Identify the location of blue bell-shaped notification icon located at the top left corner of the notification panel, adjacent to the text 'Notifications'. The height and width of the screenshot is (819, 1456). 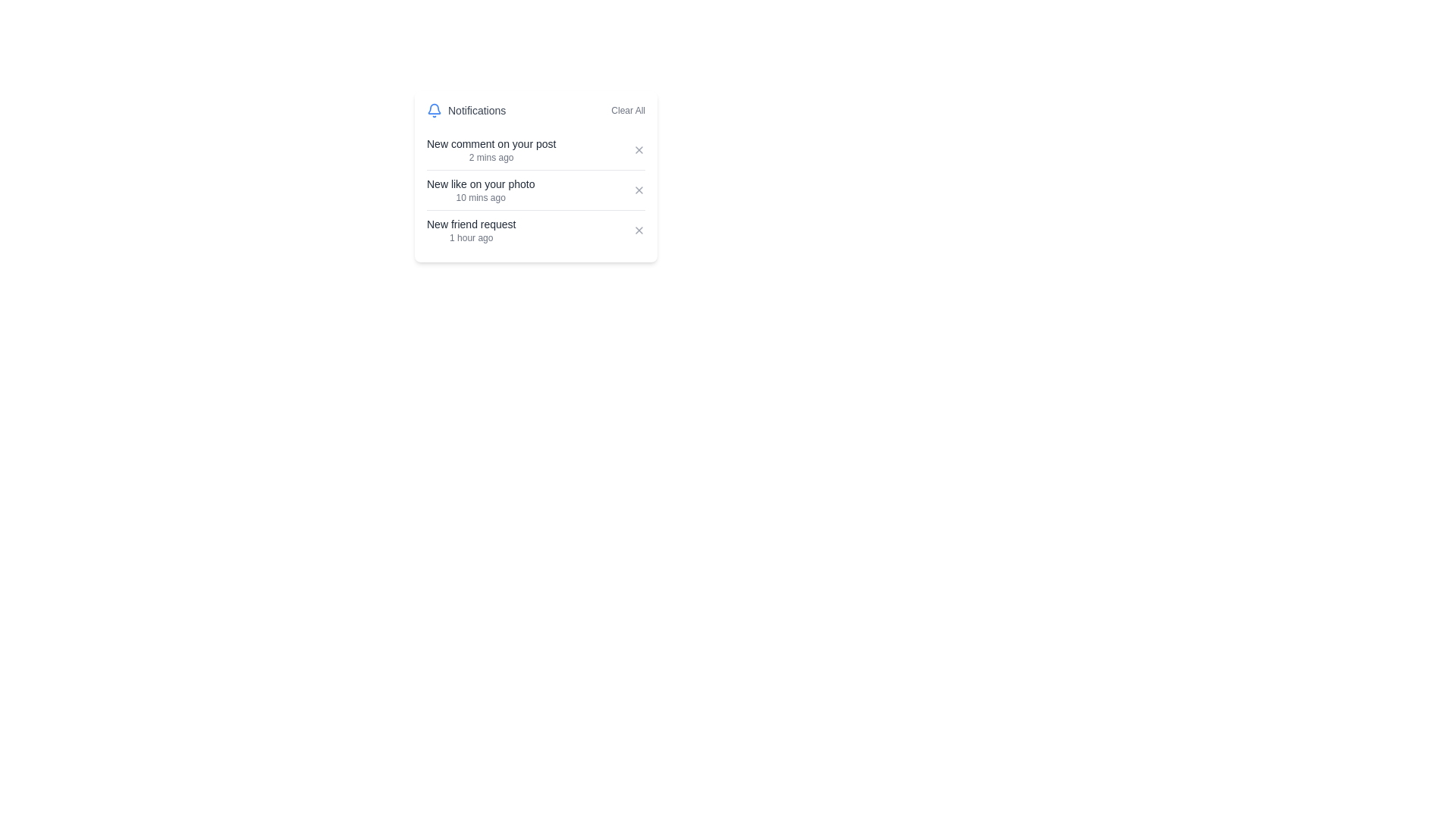
(433, 108).